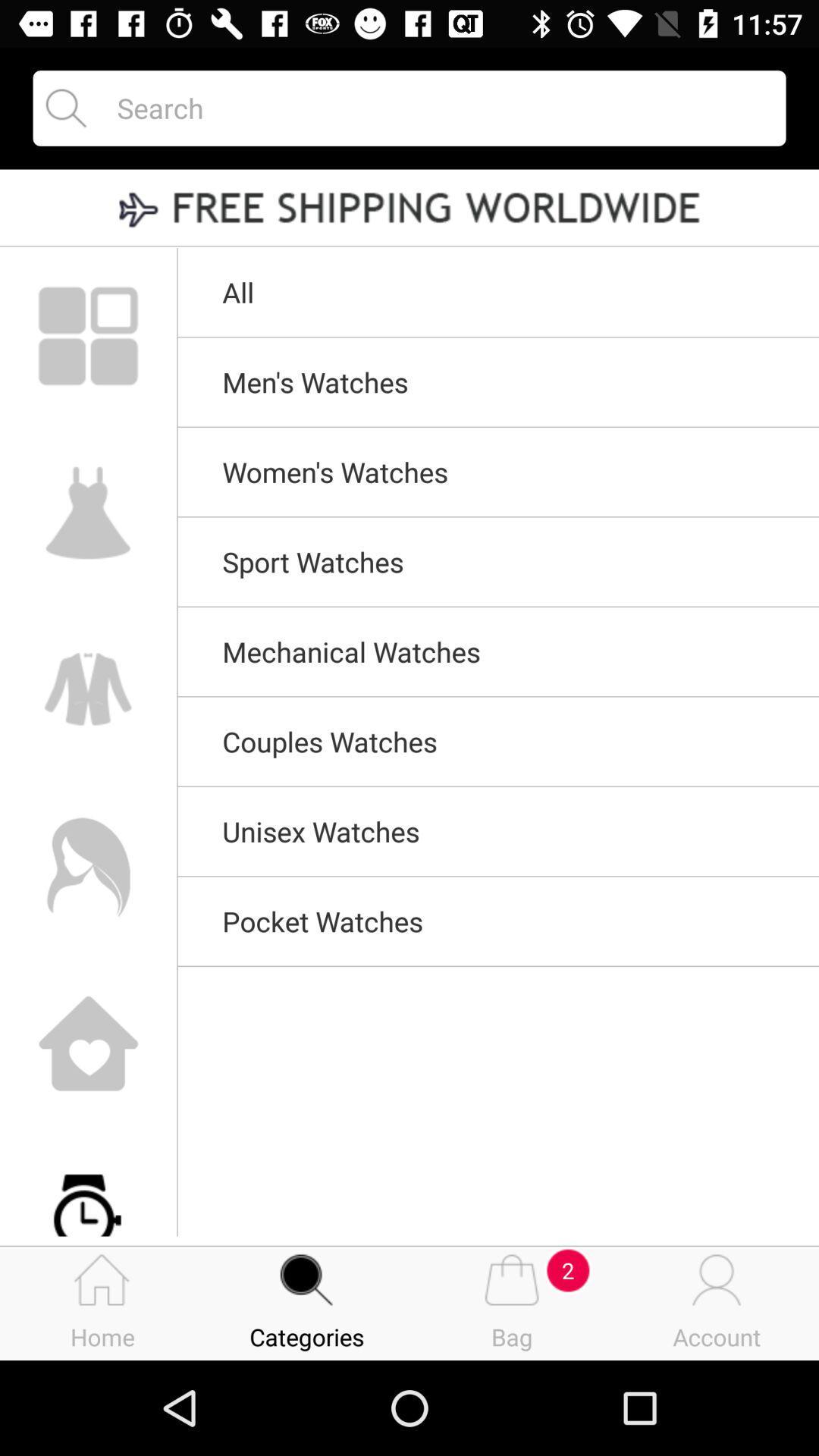 This screenshot has width=819, height=1456. Describe the element at coordinates (438, 107) in the screenshot. I see `search text box` at that location.